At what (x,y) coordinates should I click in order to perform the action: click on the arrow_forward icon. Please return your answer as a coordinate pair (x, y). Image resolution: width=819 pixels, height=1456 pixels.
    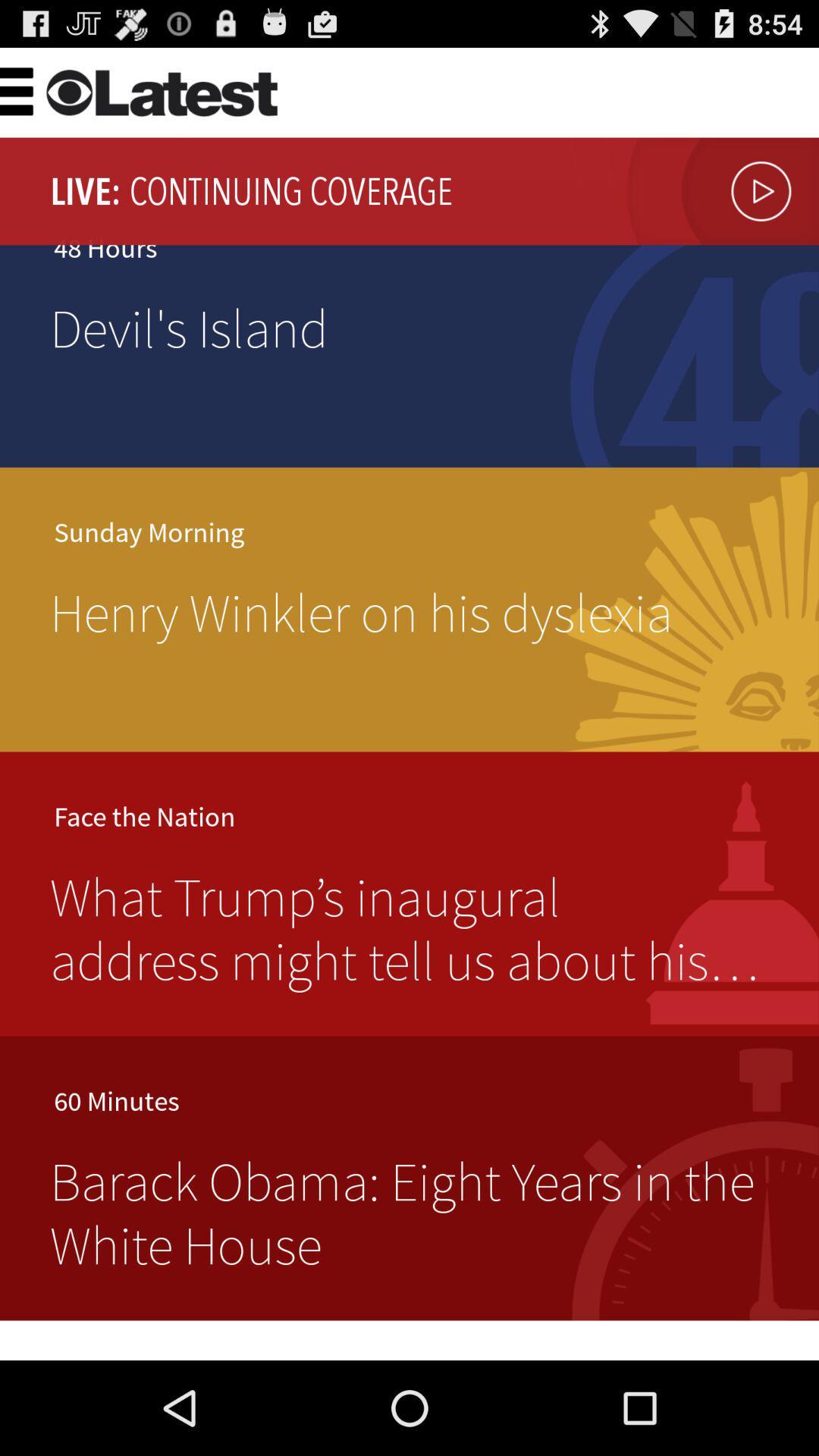
    Looking at the image, I should click on (718, 204).